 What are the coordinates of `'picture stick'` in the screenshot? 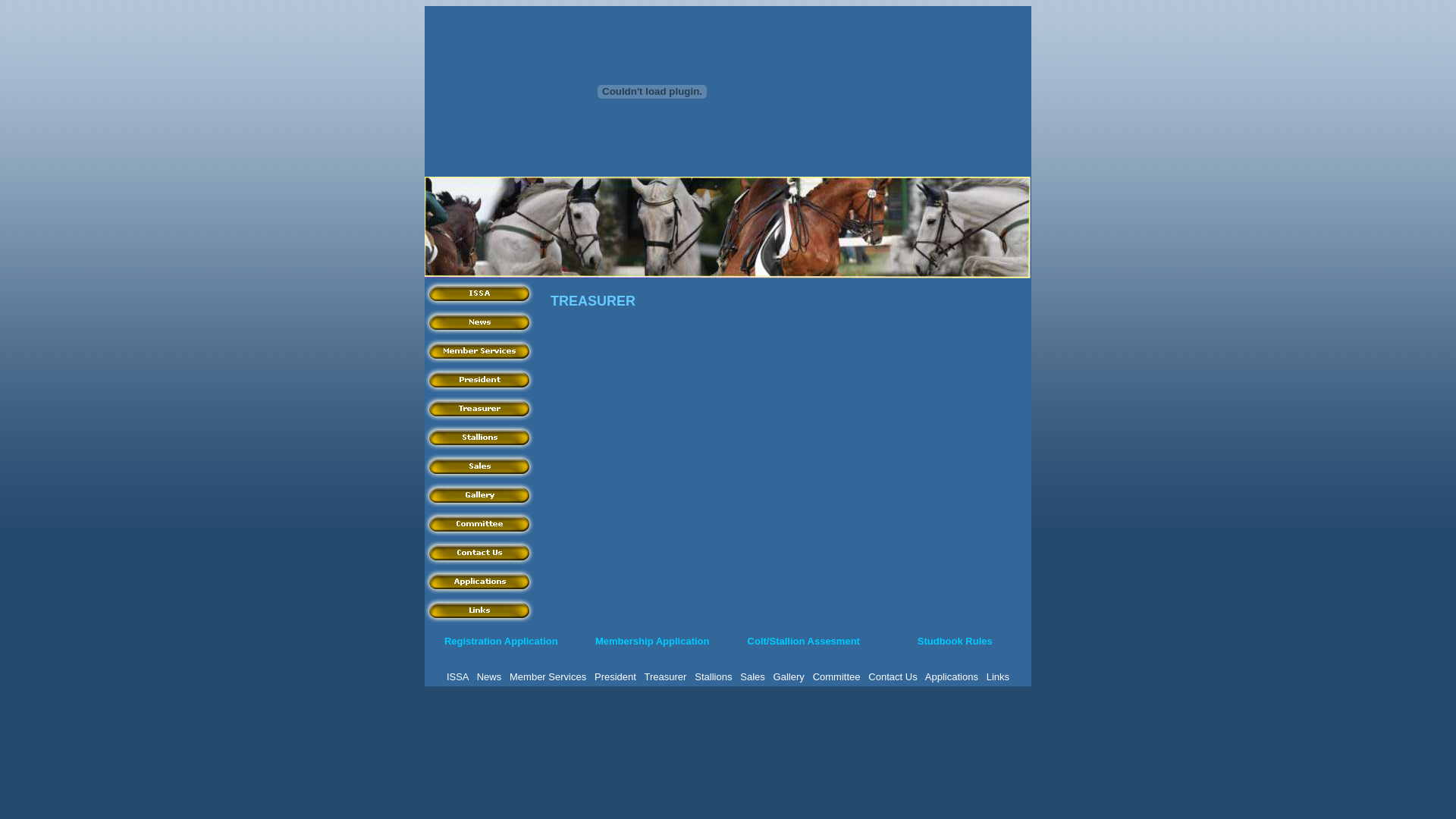 It's located at (425, 227).